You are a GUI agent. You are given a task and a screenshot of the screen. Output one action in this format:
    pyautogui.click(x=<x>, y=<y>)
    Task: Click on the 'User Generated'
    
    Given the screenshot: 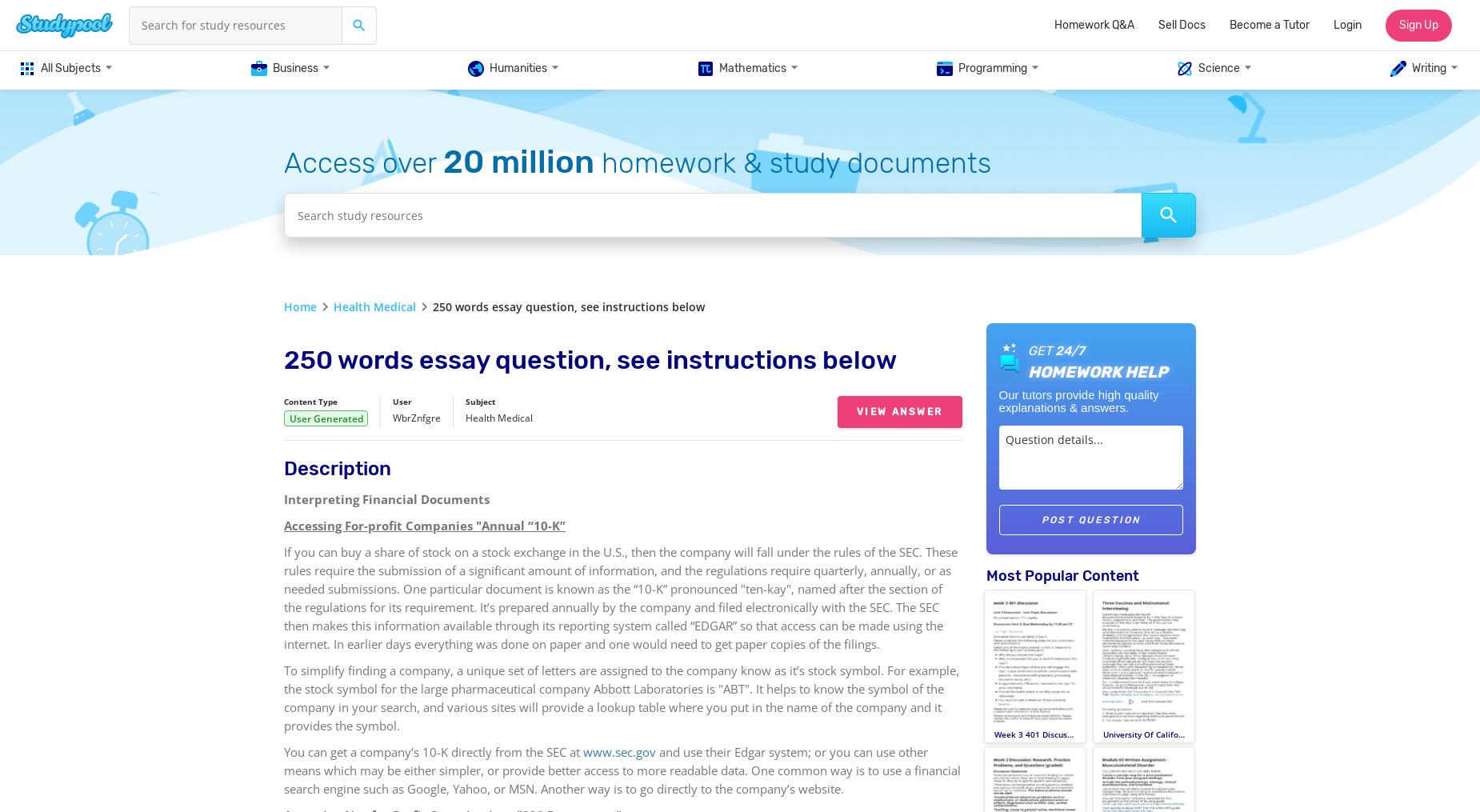 What is the action you would take?
    pyautogui.click(x=325, y=418)
    